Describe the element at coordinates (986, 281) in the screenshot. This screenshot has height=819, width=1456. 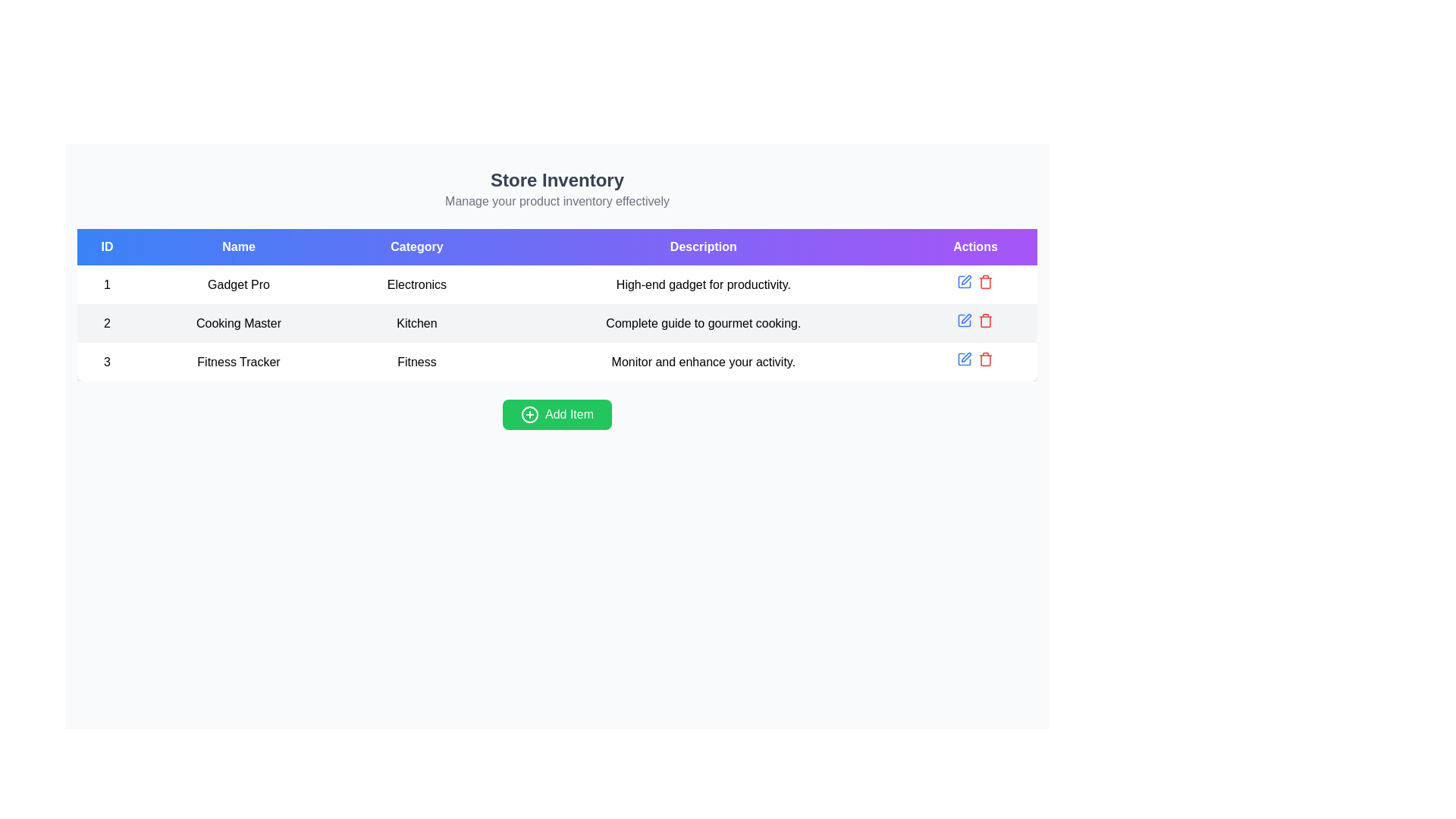
I see `the red trash bin icon in the 'Actions' column of the first row to invoke the delete action` at that location.